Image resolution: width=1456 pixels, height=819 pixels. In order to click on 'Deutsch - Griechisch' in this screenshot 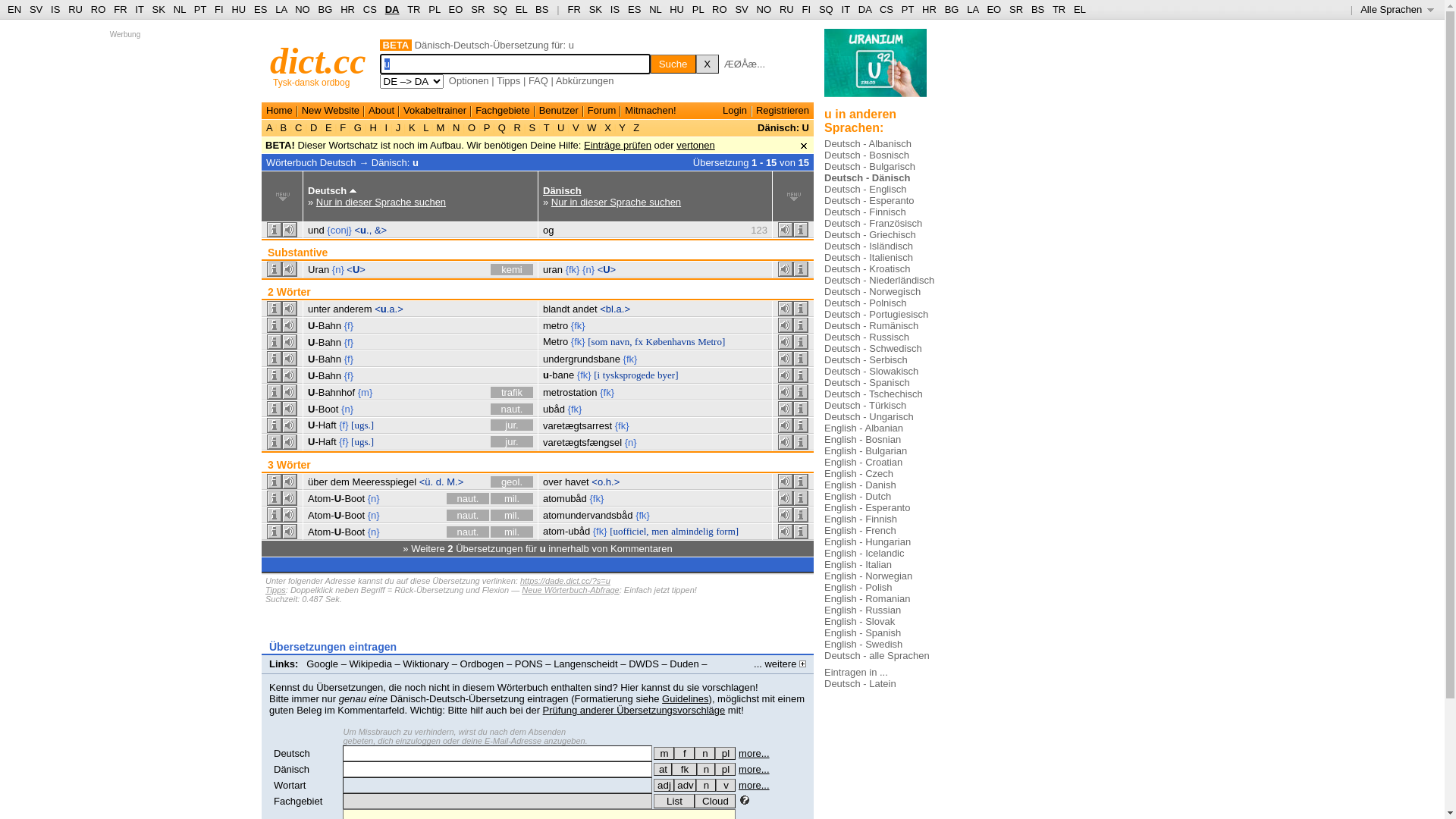, I will do `click(870, 234)`.